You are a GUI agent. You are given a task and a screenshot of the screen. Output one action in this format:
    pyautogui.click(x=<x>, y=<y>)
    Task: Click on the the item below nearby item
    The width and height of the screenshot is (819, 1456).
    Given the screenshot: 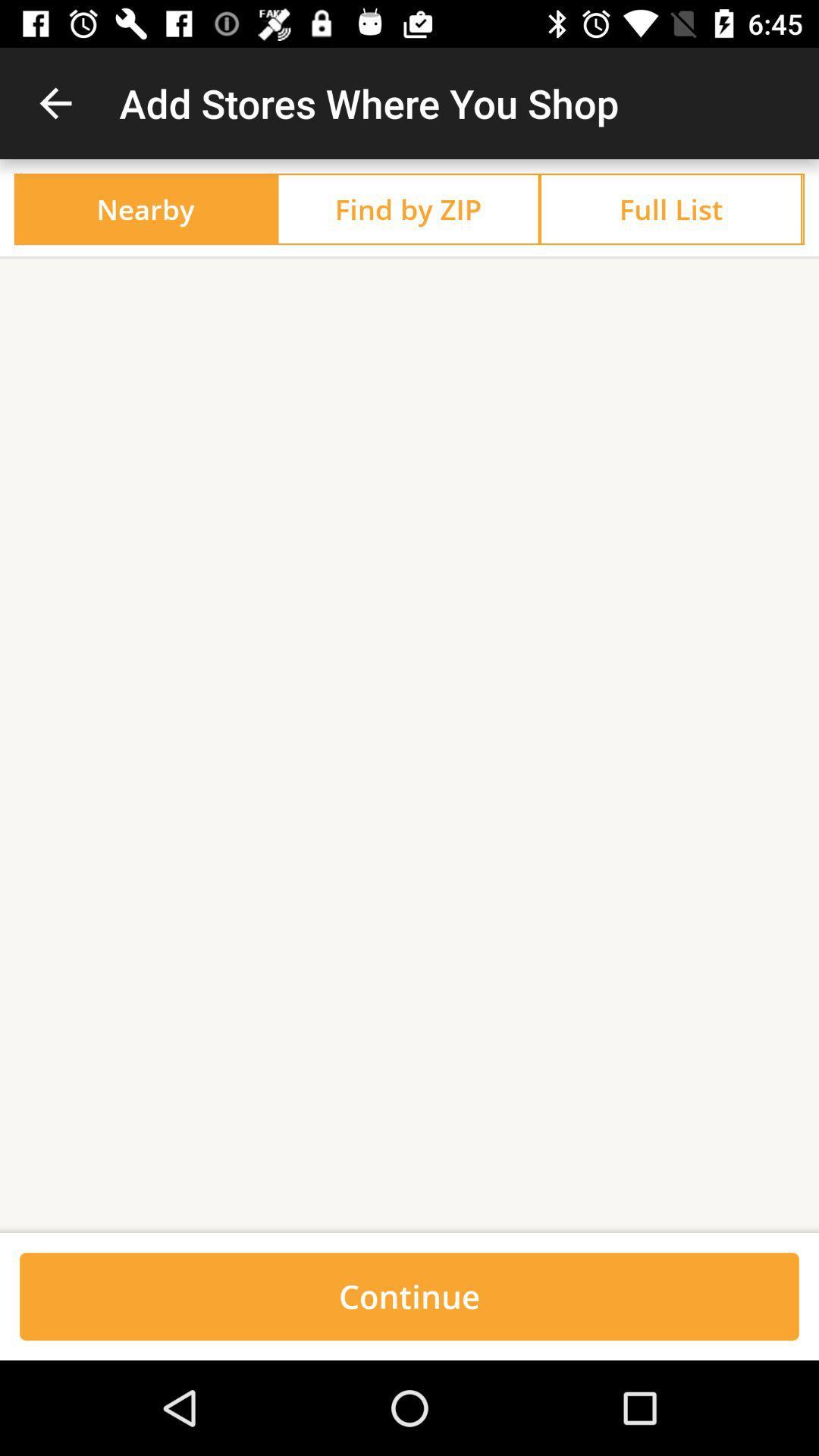 What is the action you would take?
    pyautogui.click(x=409, y=257)
    